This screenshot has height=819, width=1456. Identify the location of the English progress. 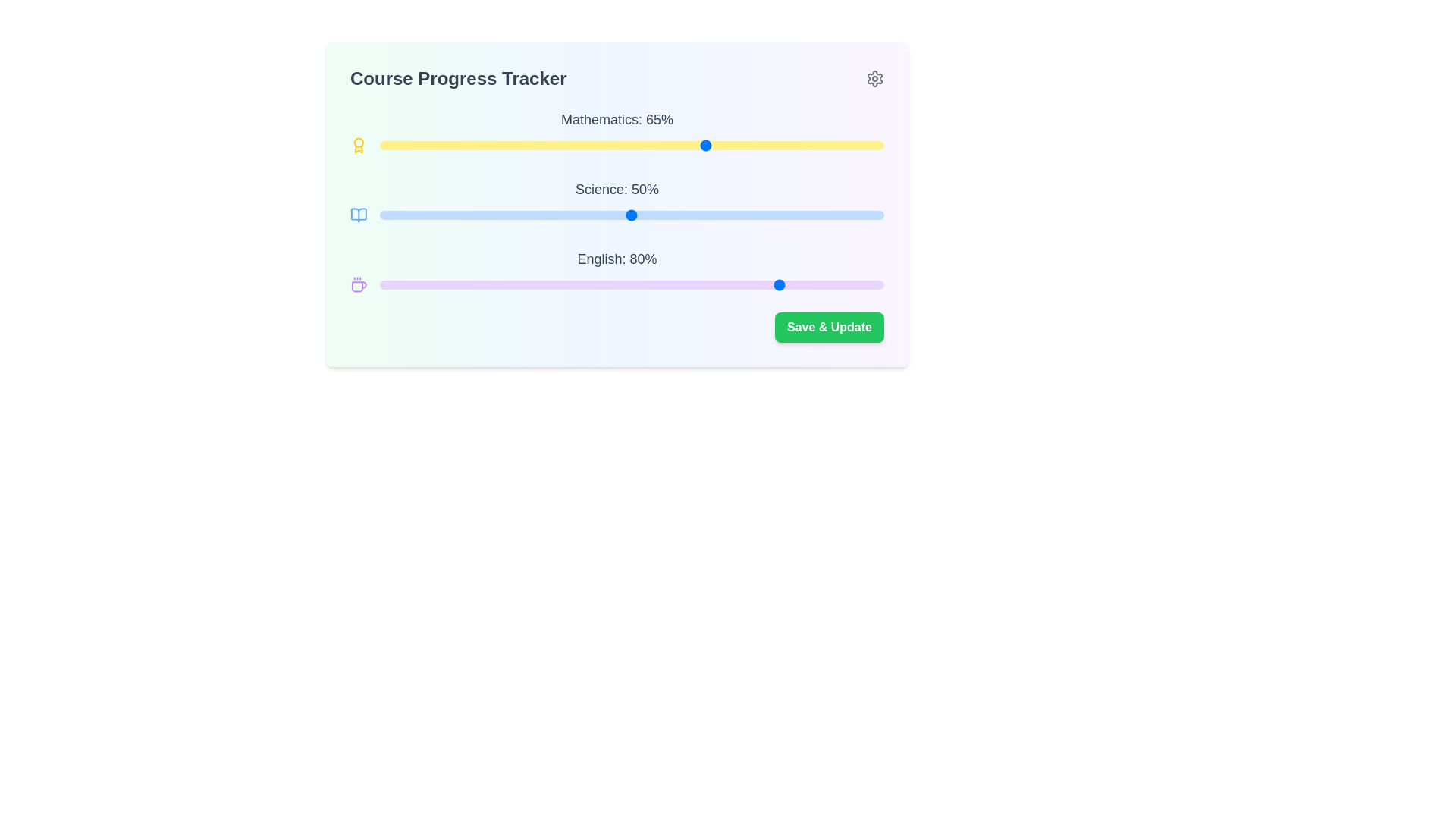
(827, 284).